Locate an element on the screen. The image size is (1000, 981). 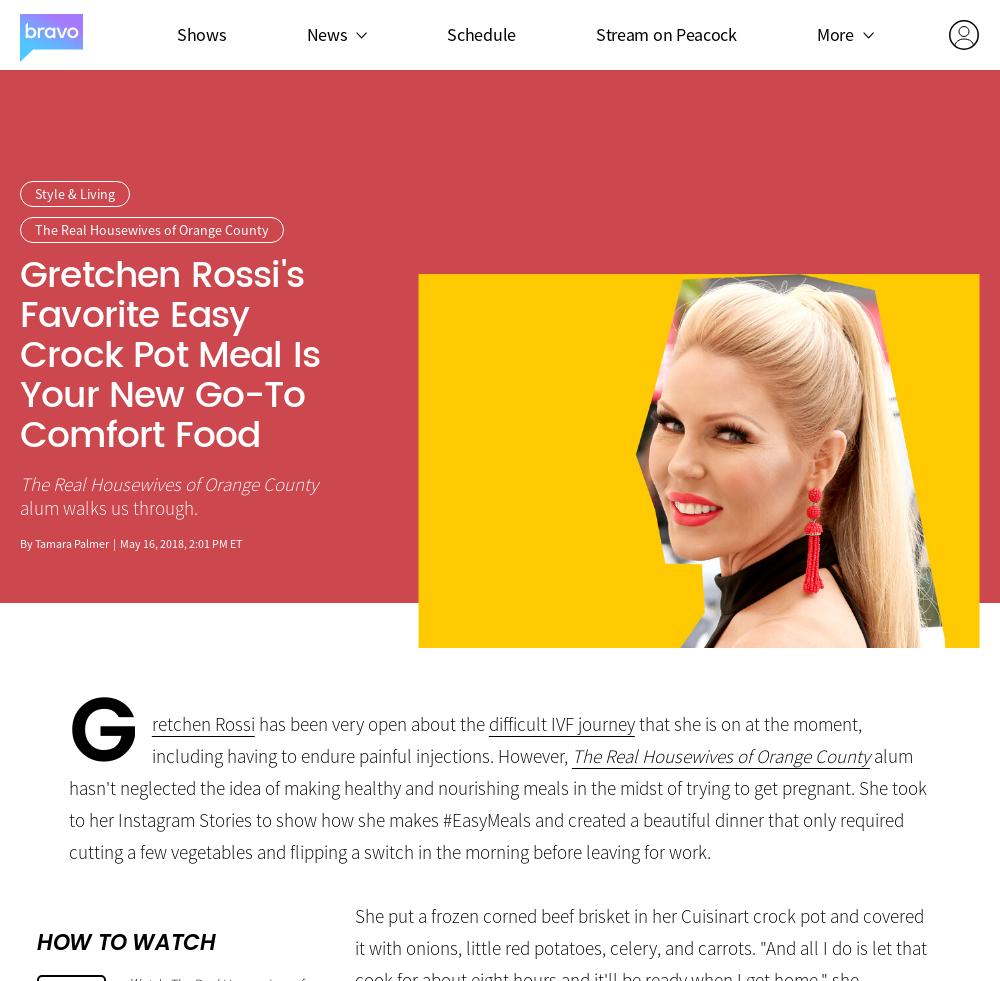
'Shows' is located at coordinates (200, 32).